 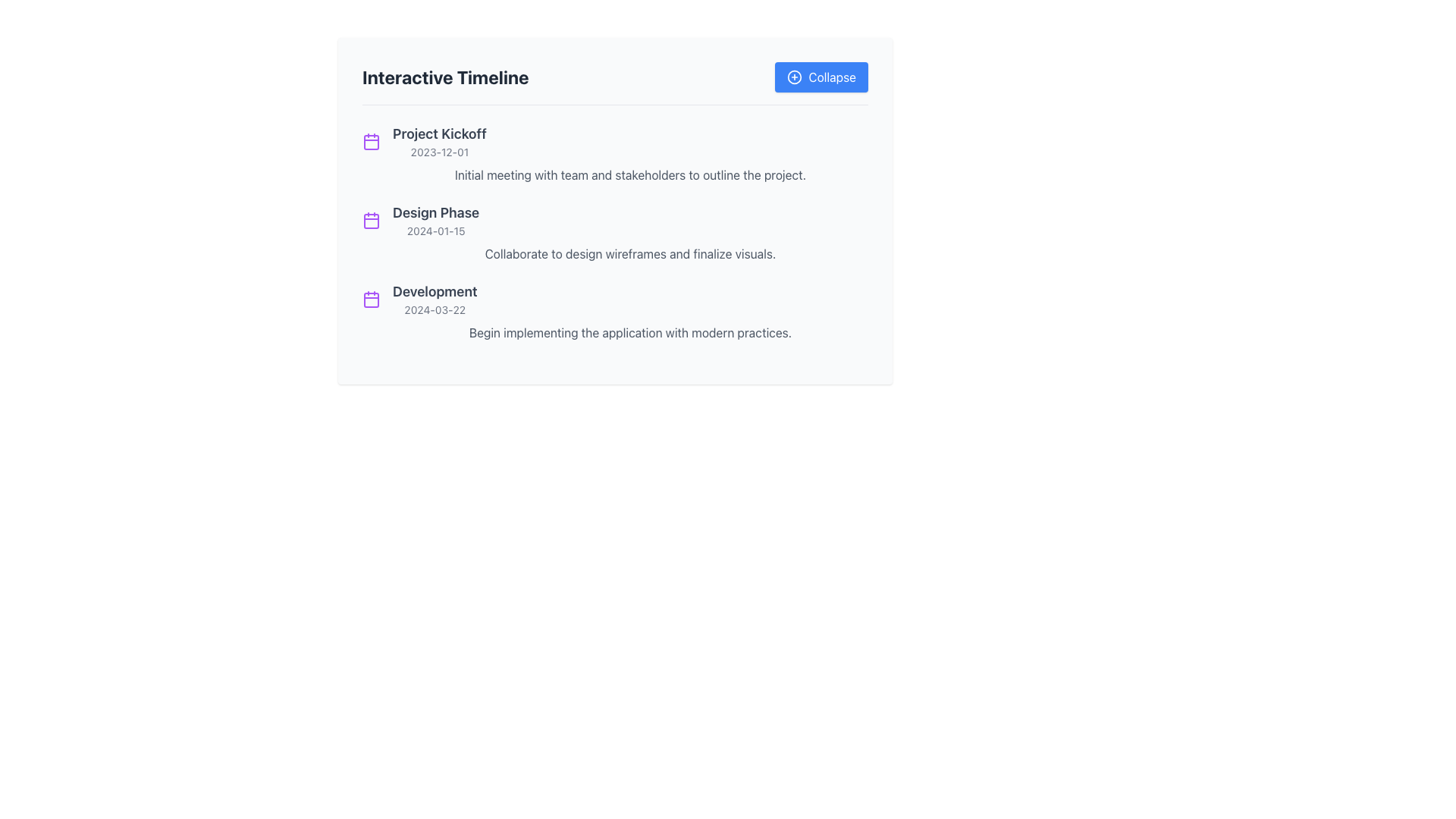 I want to click on the second item in the vertical timeline, which denotes a specific phase with a title and subtitle structure, located below the 'Project Kickoff' element and above the 'Development' element, so click(x=435, y=220).